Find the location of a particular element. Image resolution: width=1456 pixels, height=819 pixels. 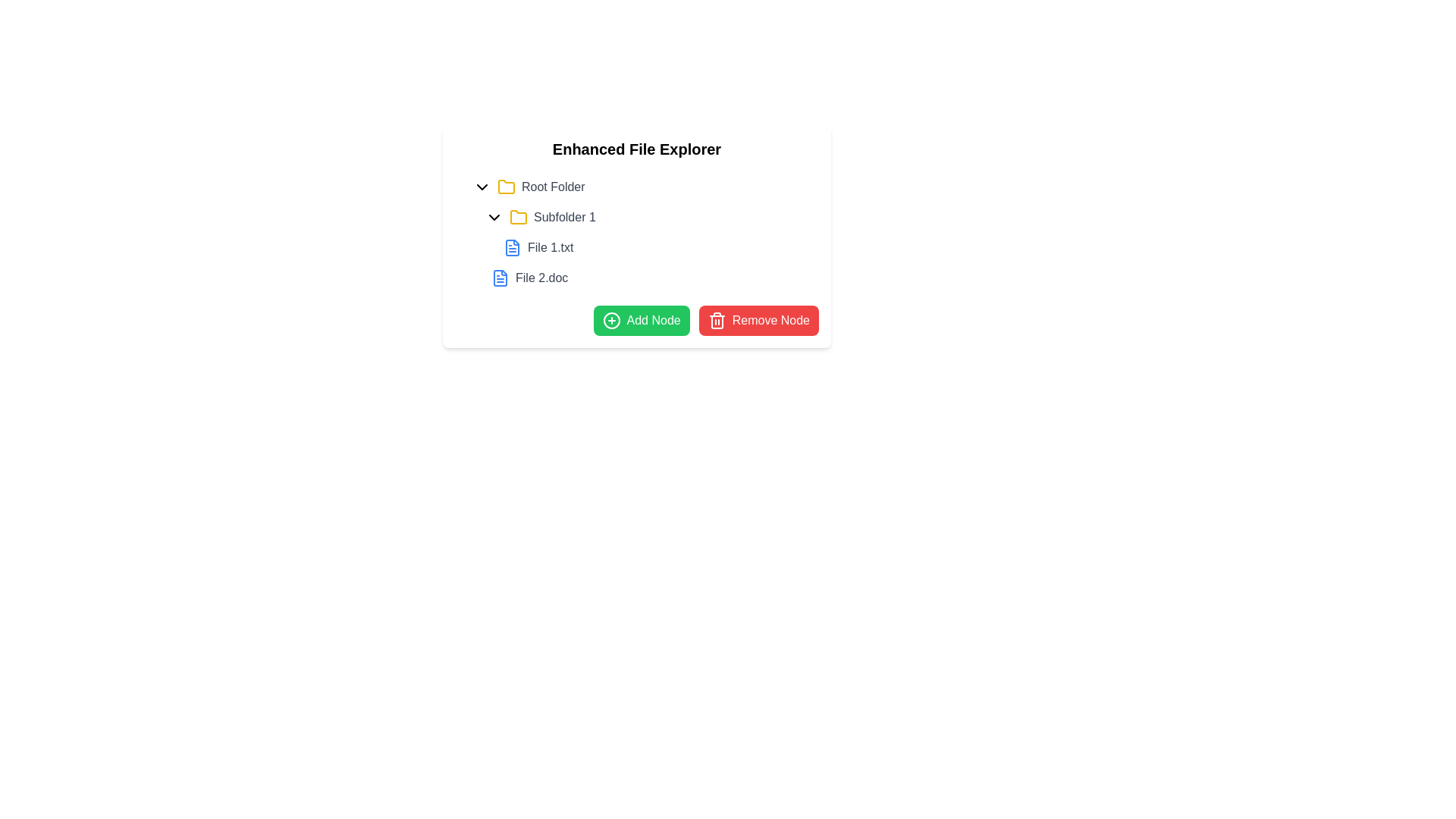

the arrow-shaped icon button pointing downwards, located to the left of the 'Root Folder' text label is located at coordinates (481, 186).